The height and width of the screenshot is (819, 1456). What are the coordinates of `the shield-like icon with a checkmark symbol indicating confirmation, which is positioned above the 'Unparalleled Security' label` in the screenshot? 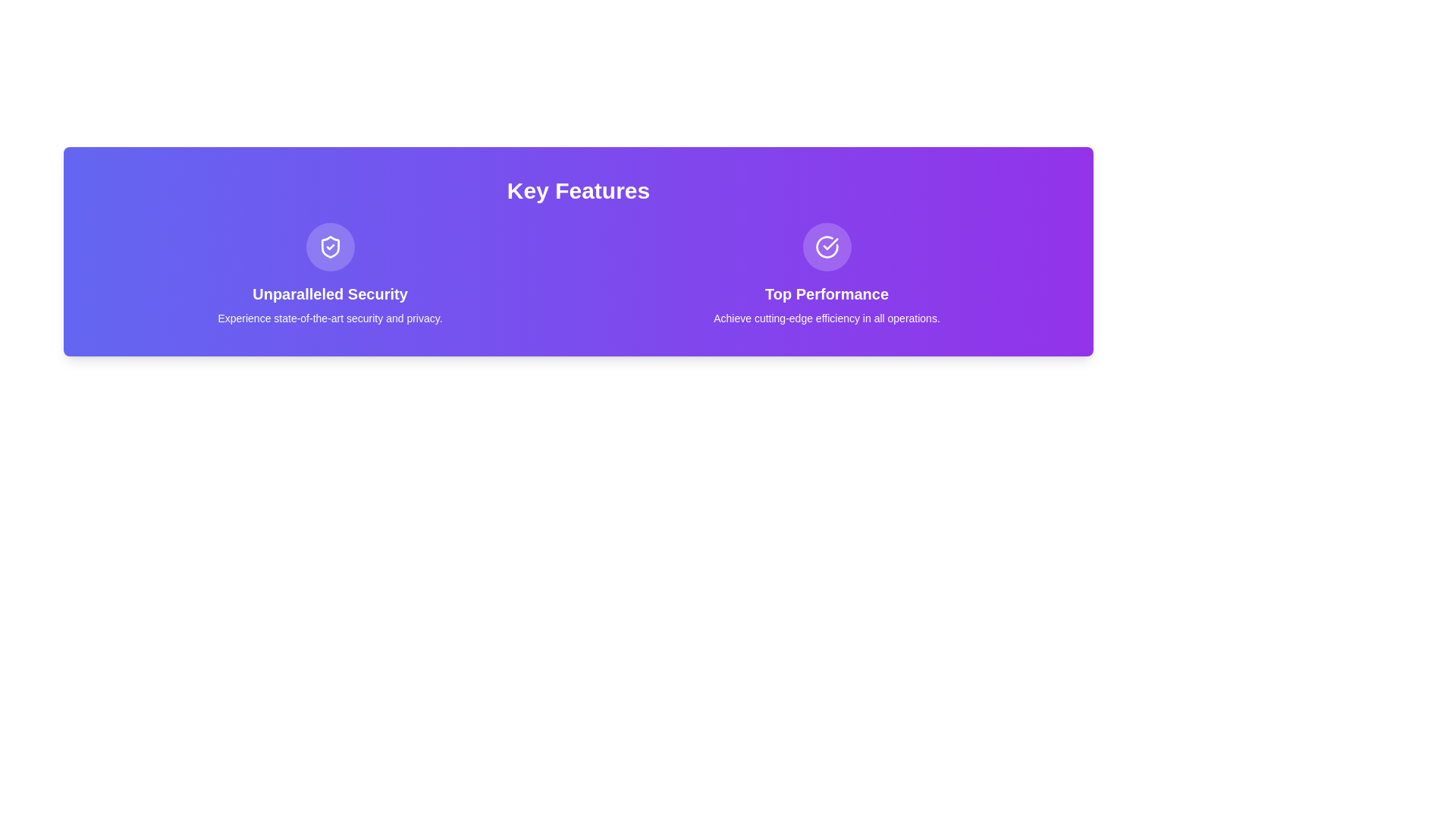 It's located at (329, 246).